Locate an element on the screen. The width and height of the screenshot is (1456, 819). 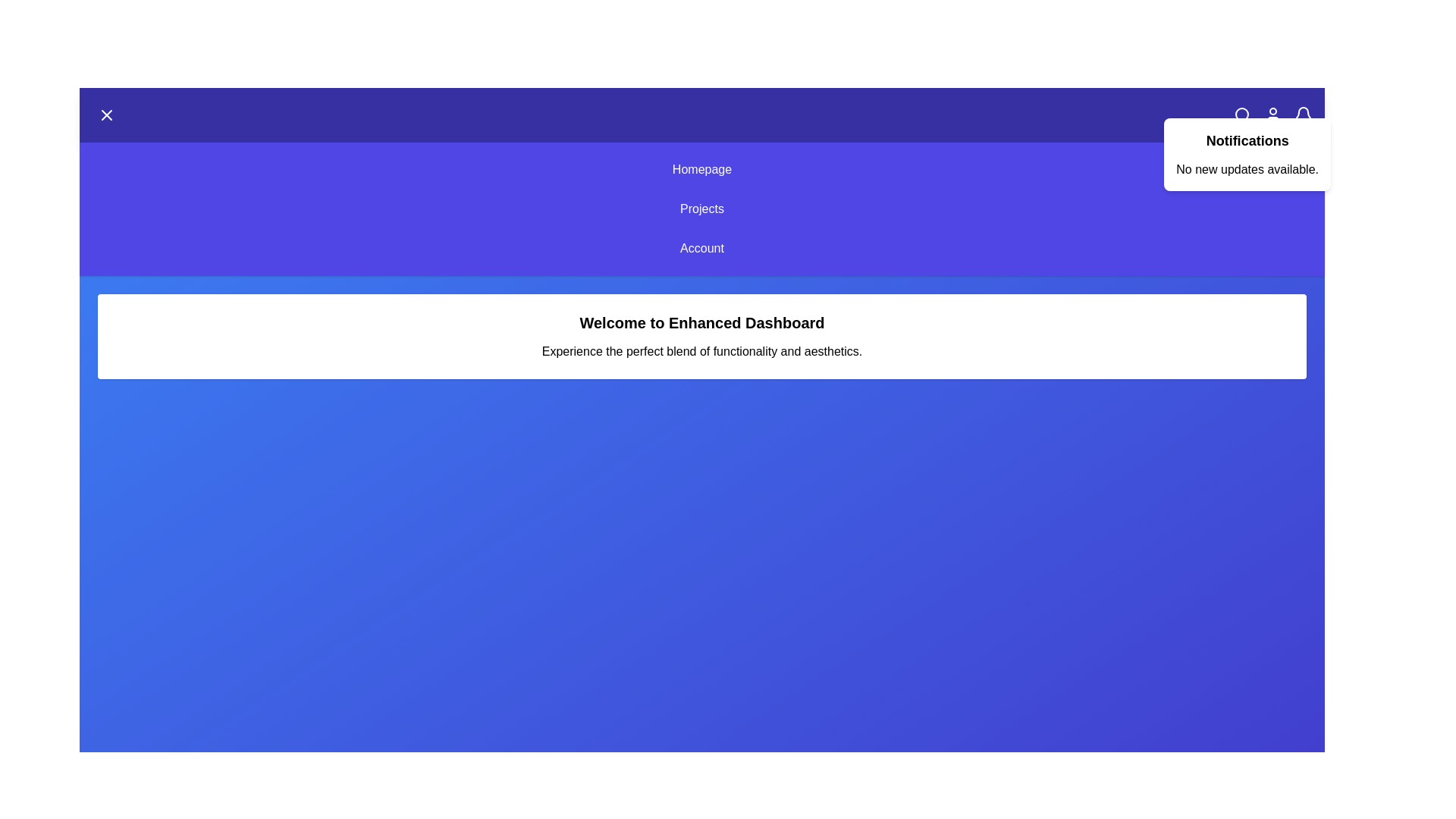
the menu item Homepage from the available options is located at coordinates (701, 169).